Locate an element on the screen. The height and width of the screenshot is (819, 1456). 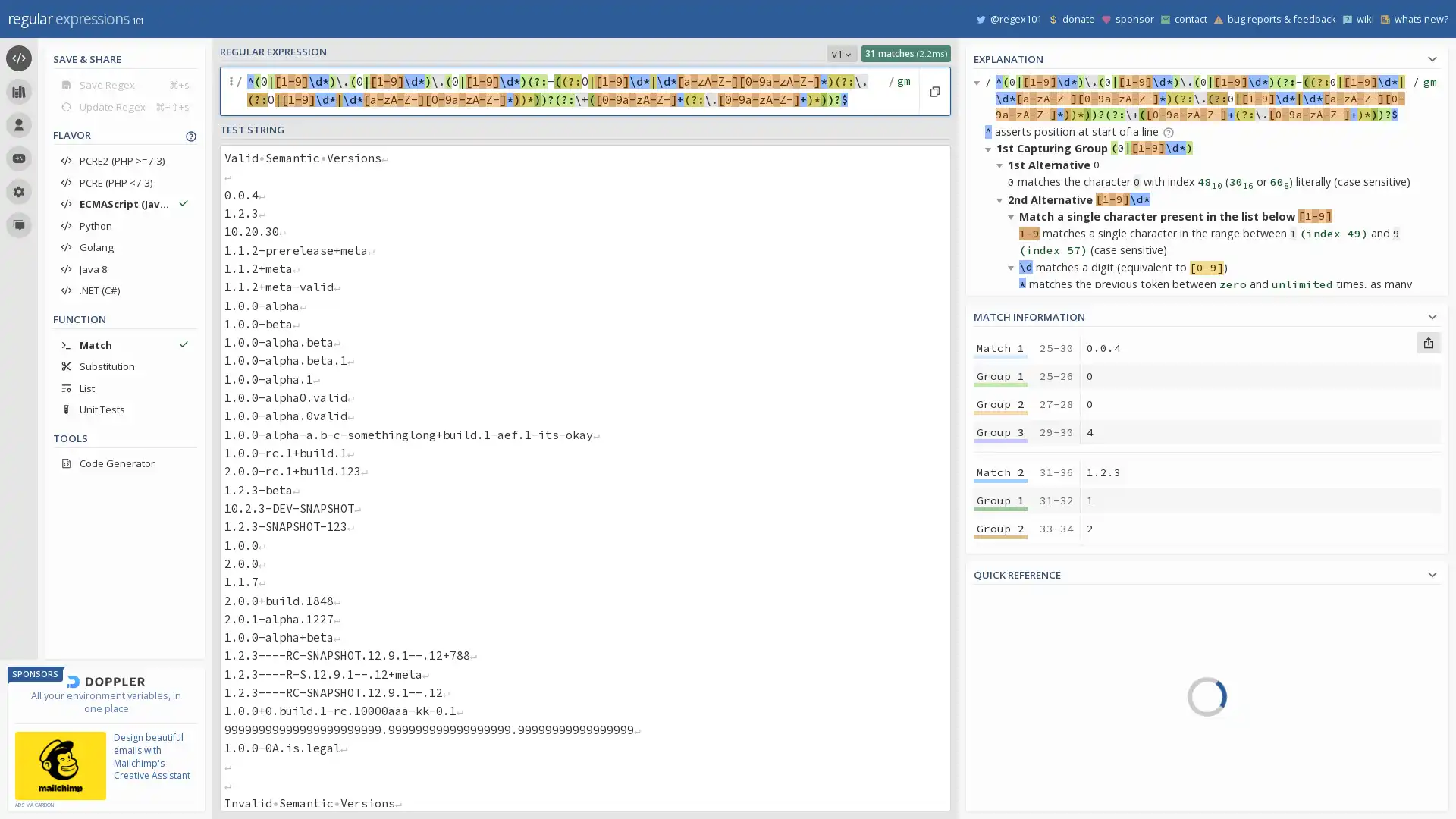
A character except: a, b or c [^abc] is located at coordinates (1282, 622).